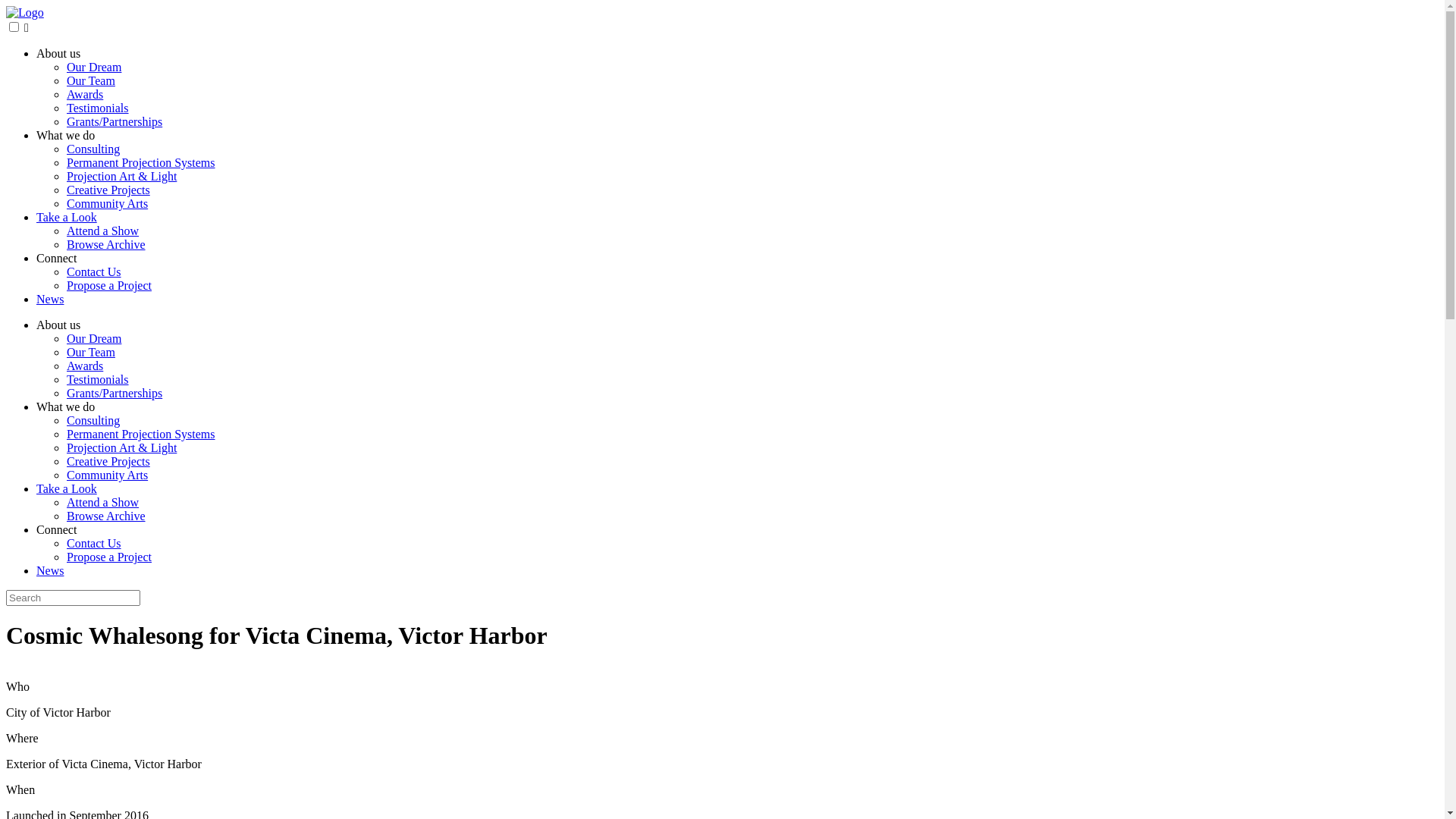 The image size is (1456, 819). What do you see at coordinates (102, 502) in the screenshot?
I see `'Attend a Show'` at bounding box center [102, 502].